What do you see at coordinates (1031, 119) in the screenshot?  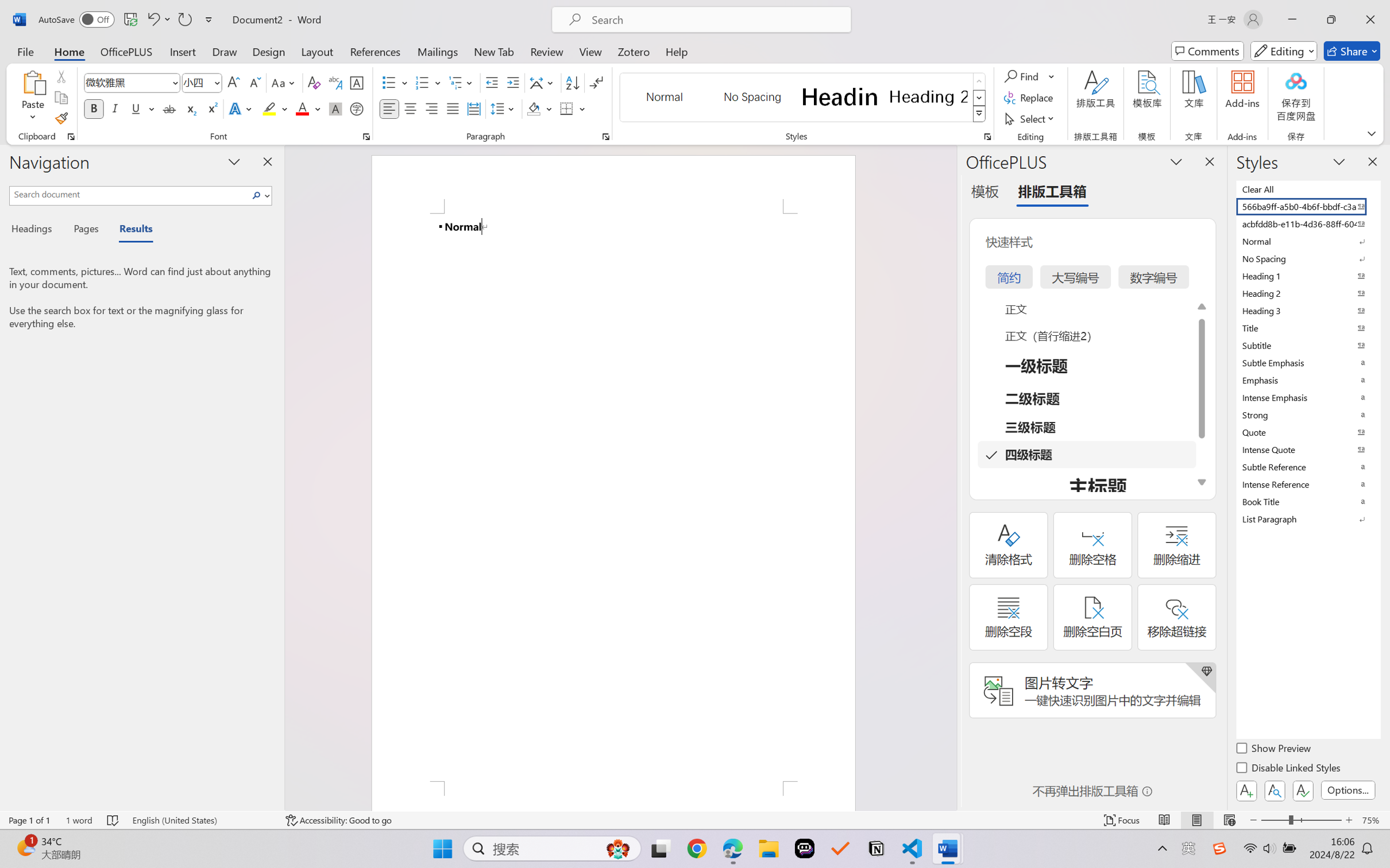 I see `'Select'` at bounding box center [1031, 119].